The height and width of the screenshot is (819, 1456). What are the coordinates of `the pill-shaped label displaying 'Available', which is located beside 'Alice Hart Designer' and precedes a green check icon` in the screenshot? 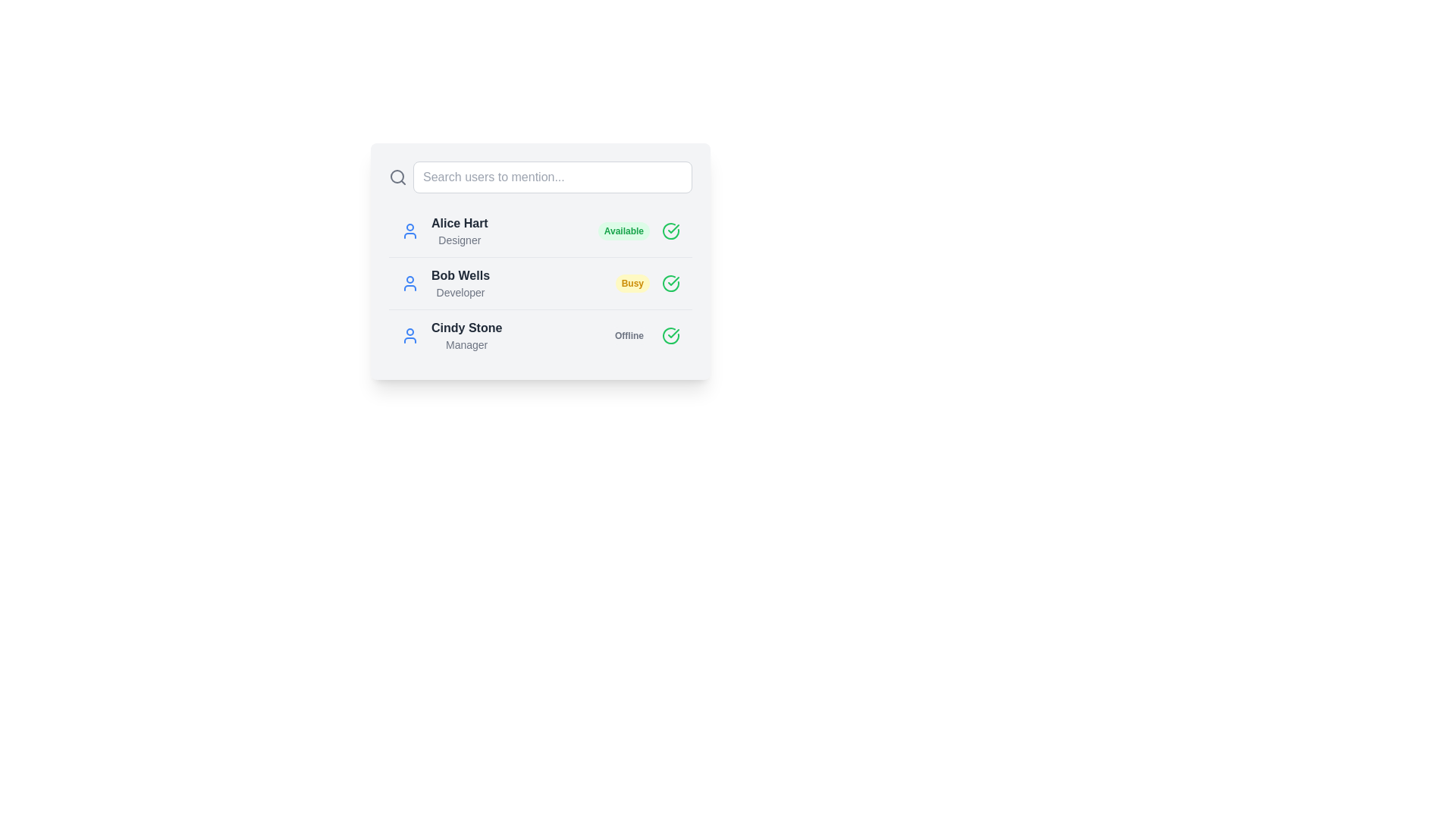 It's located at (623, 231).